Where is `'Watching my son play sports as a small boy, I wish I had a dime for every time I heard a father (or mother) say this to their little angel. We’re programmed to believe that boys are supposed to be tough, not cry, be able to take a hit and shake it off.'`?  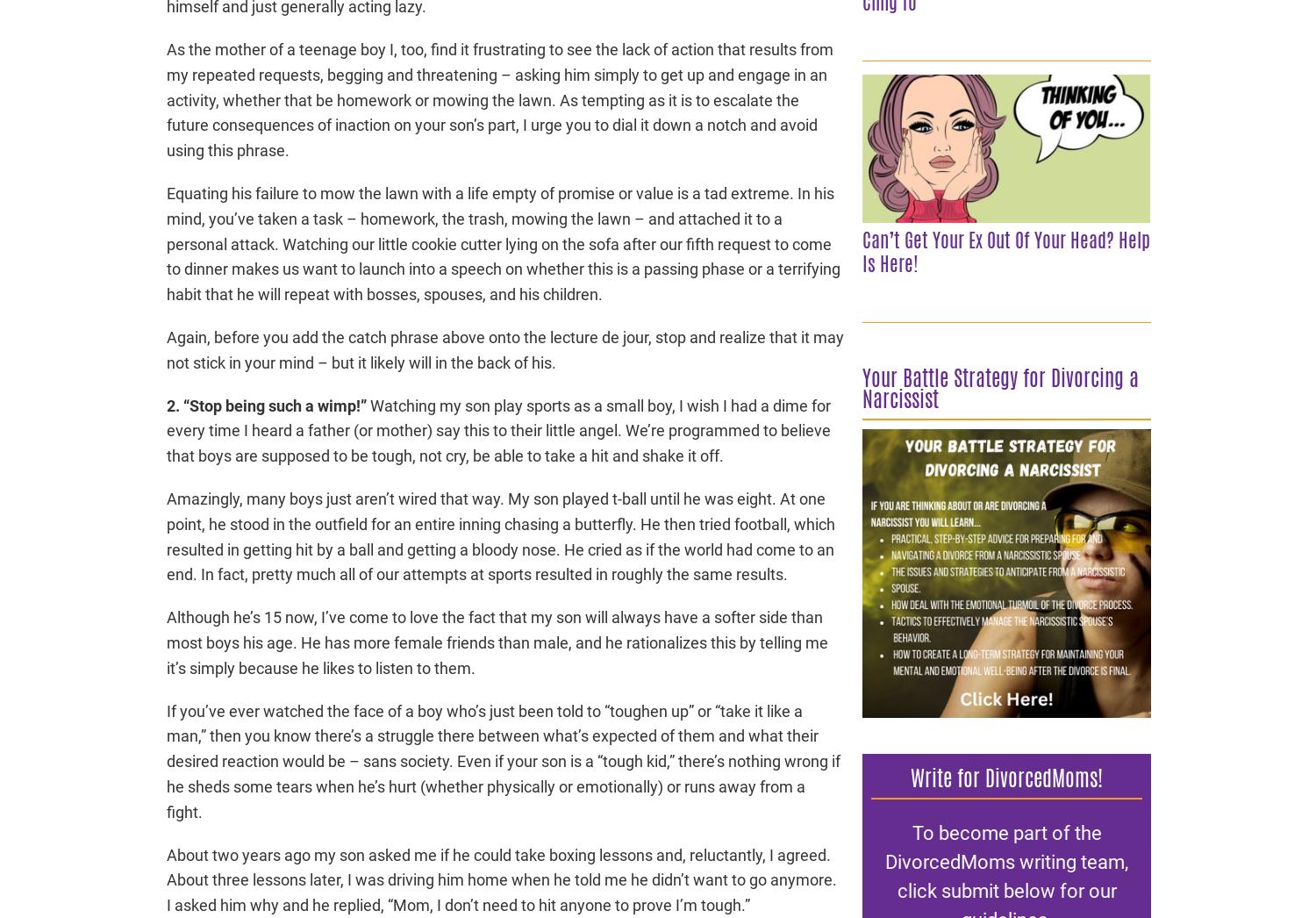 'Watching my son play sports as a small boy, I wish I had a dime for every time I heard a father (or mother) say this to their little angel. We’re programmed to believe that boys are supposed to be tough, not cry, be able to take a hit and shake it off.' is located at coordinates (166, 430).